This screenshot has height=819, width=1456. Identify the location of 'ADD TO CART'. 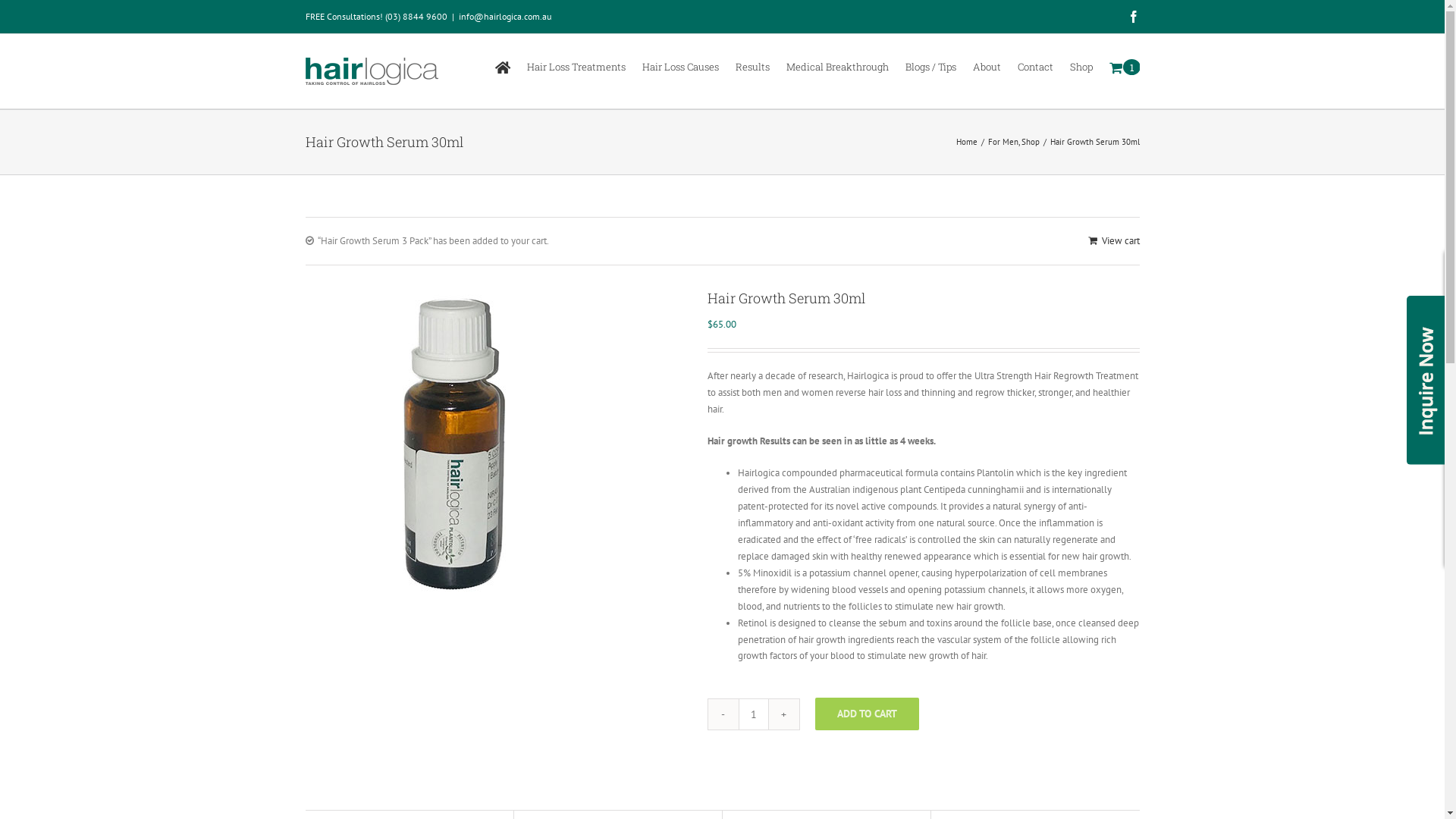
(866, 714).